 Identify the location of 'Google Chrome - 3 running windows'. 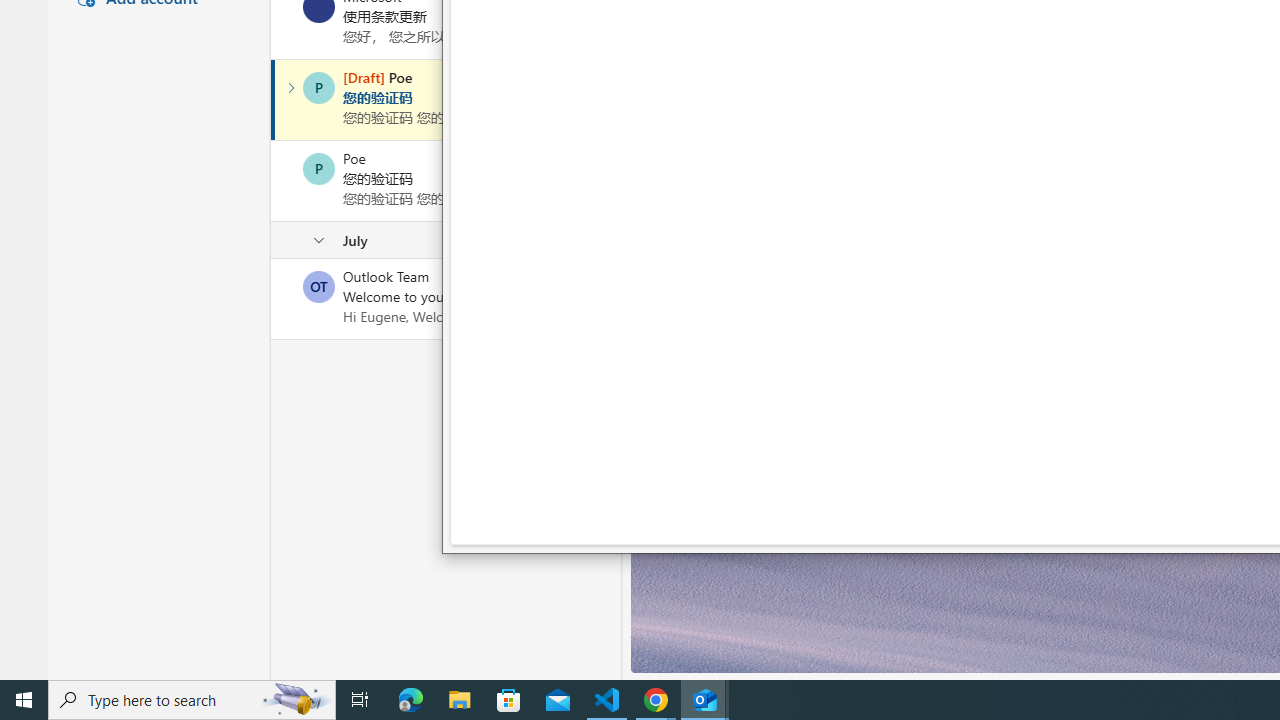
(656, 698).